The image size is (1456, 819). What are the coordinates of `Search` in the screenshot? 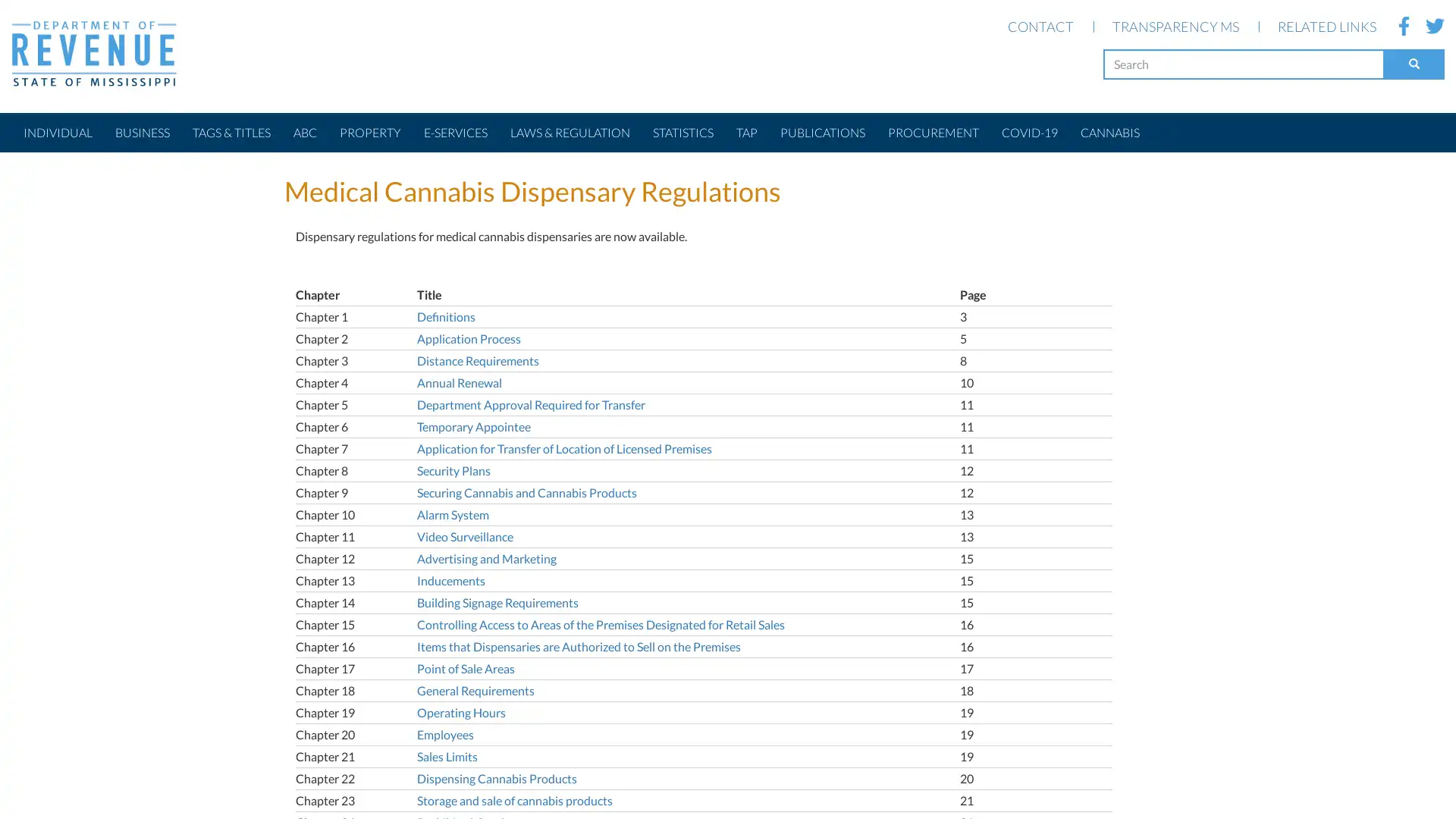 It's located at (1414, 63).